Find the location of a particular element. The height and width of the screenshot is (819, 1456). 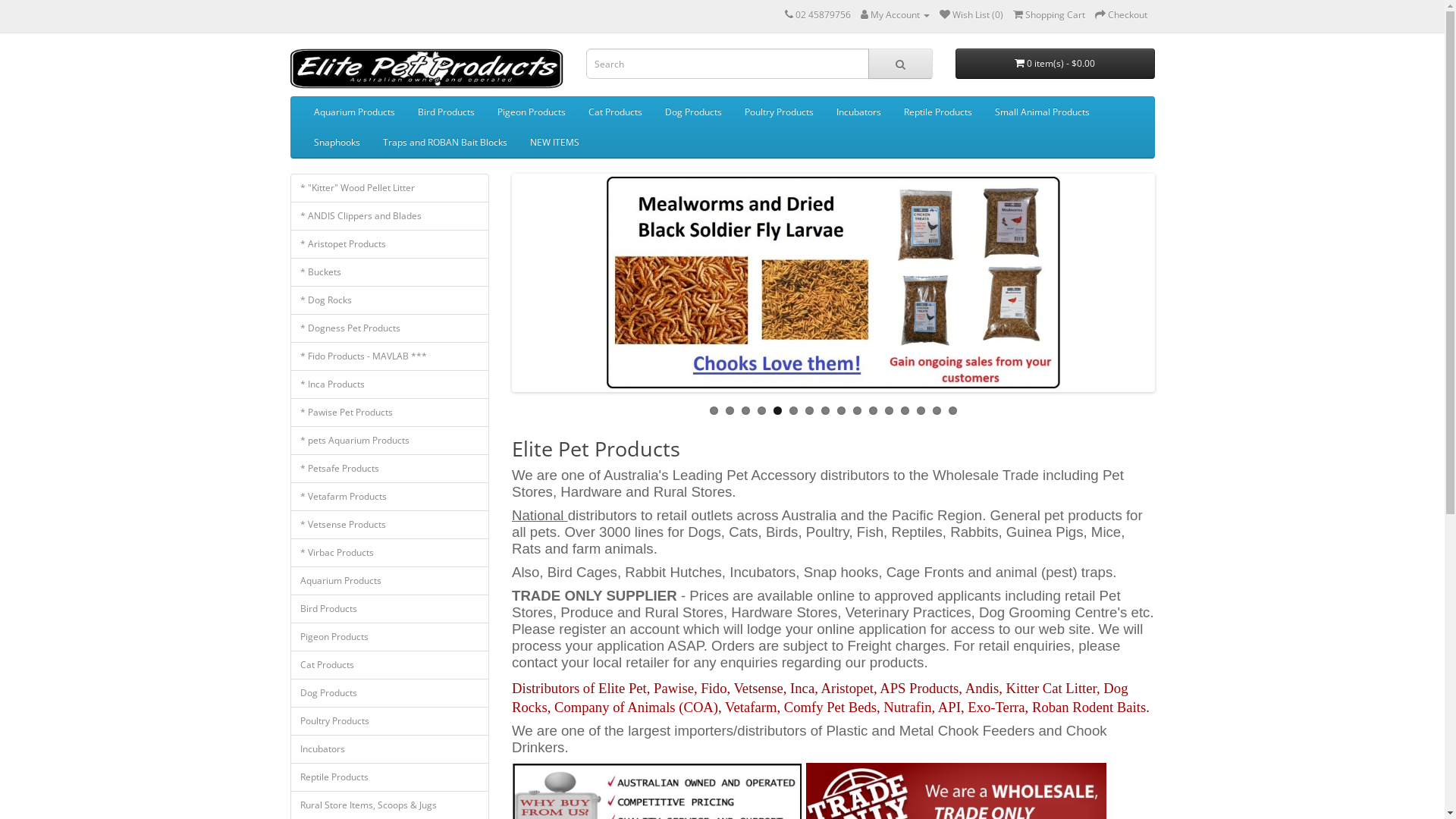

'* Buckets' is located at coordinates (290, 271).